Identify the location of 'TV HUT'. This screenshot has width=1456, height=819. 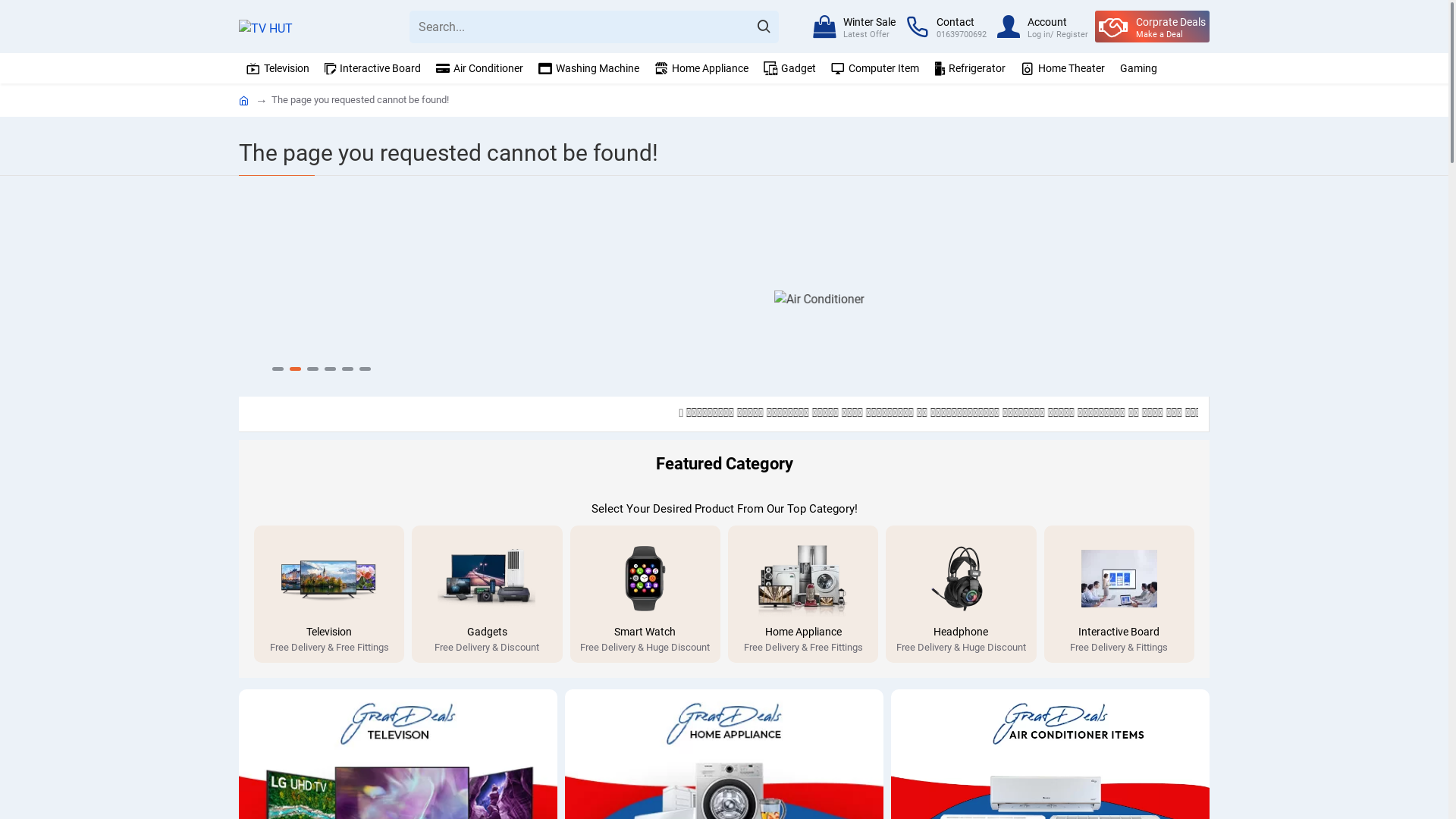
(265, 26).